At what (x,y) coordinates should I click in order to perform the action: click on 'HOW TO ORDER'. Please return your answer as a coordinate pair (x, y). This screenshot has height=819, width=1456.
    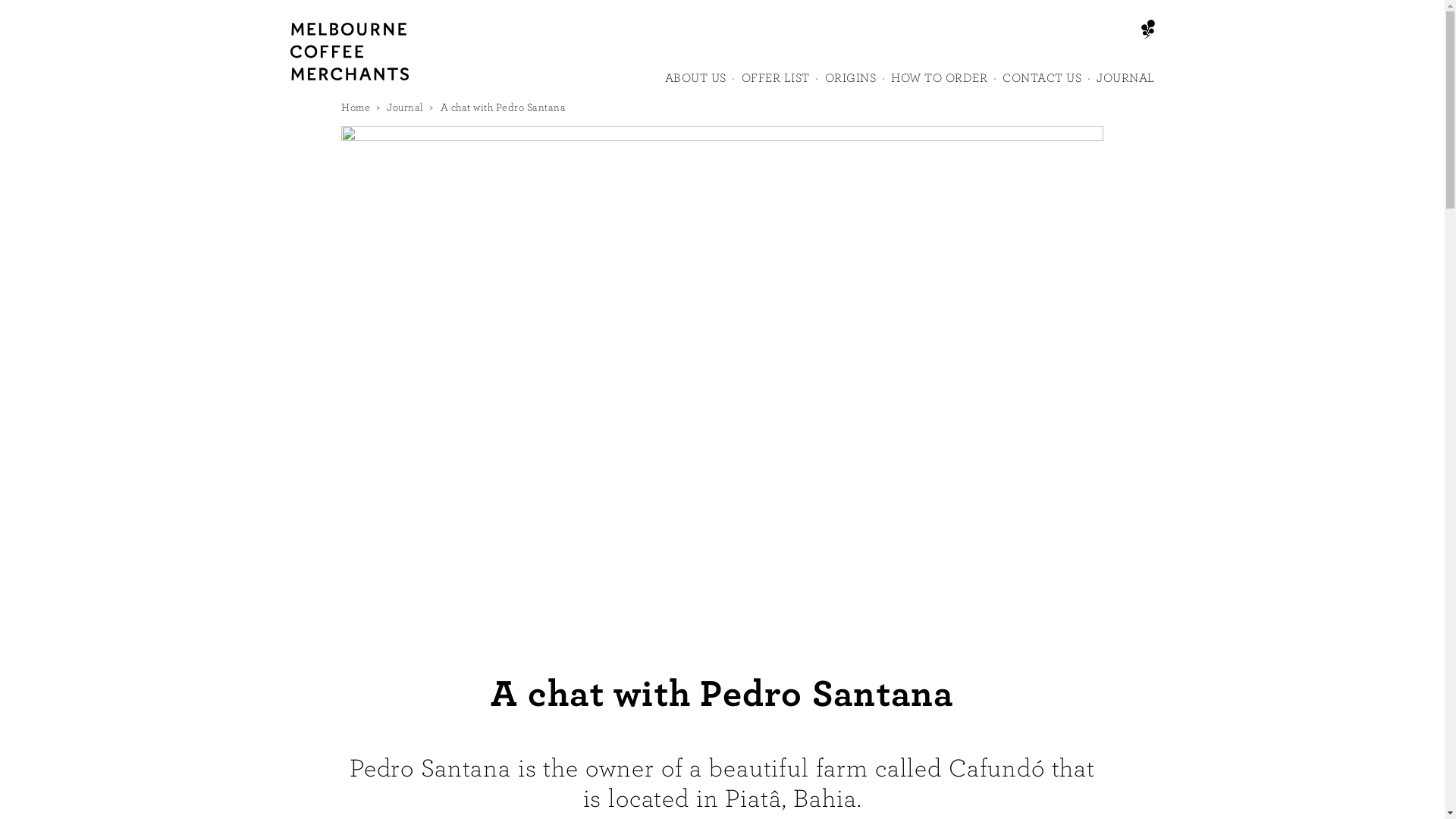
    Looking at the image, I should click on (938, 84).